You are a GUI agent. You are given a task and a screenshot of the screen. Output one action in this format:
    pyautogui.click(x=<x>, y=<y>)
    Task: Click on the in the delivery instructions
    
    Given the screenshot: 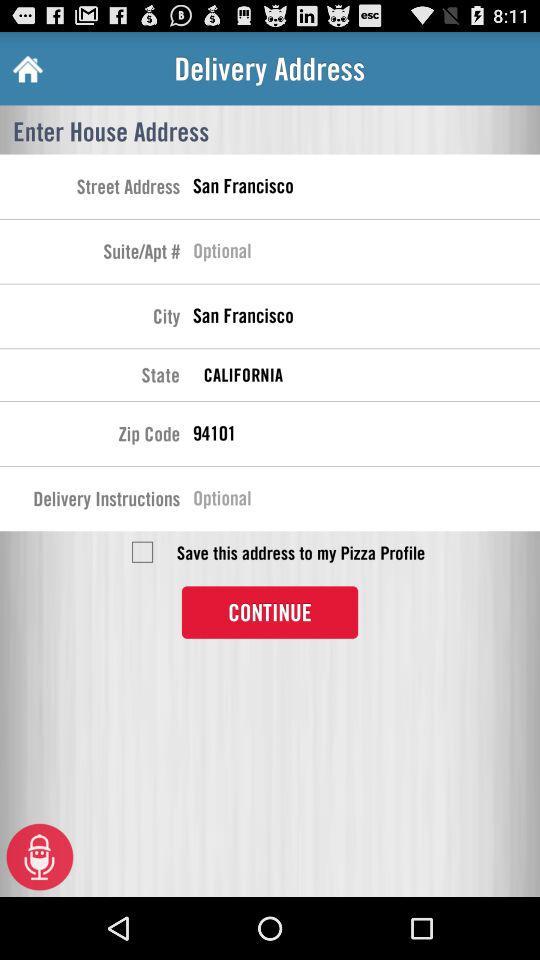 What is the action you would take?
    pyautogui.click(x=365, y=500)
    